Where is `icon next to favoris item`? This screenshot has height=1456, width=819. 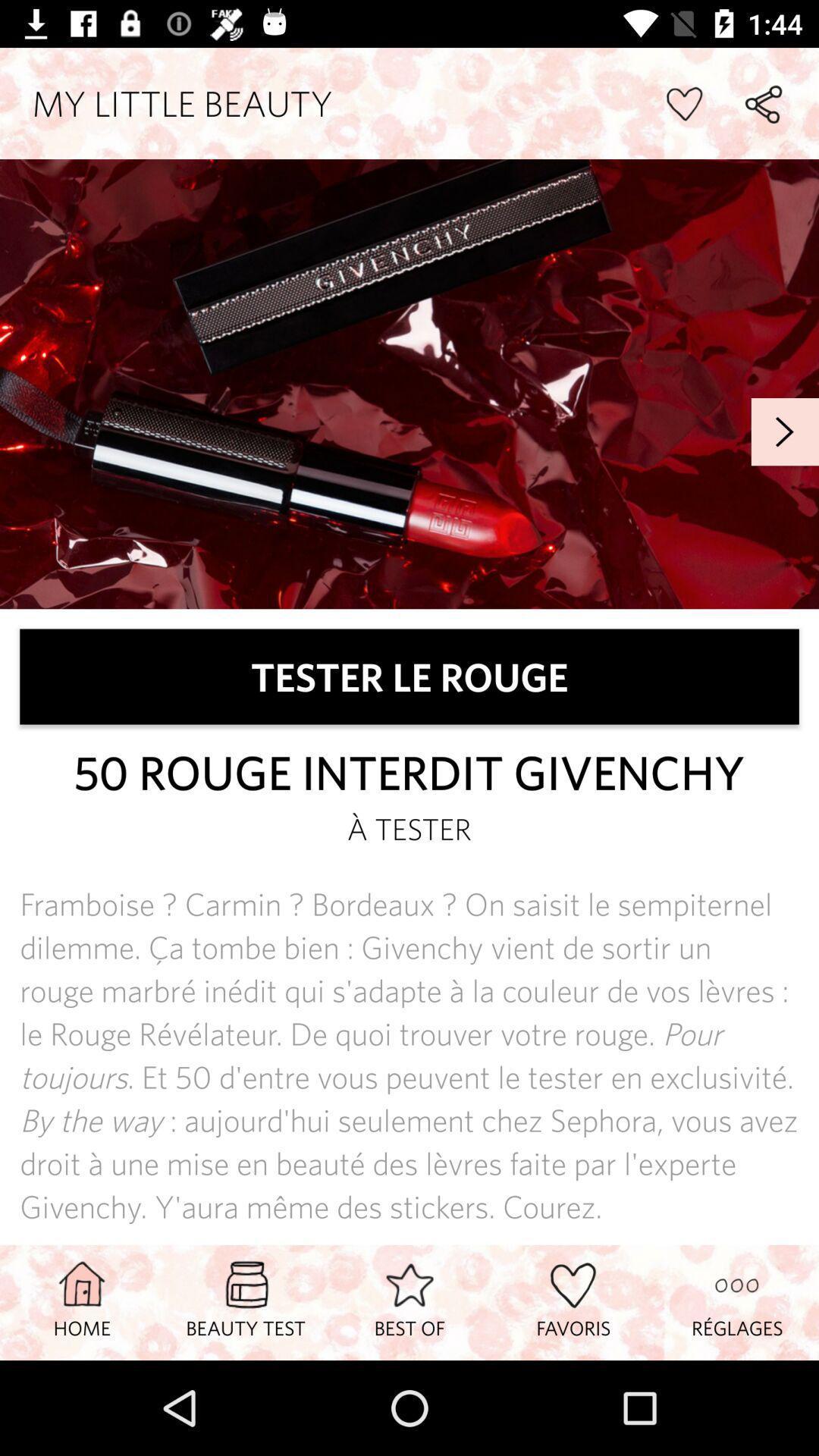 icon next to favoris item is located at coordinates (409, 1301).